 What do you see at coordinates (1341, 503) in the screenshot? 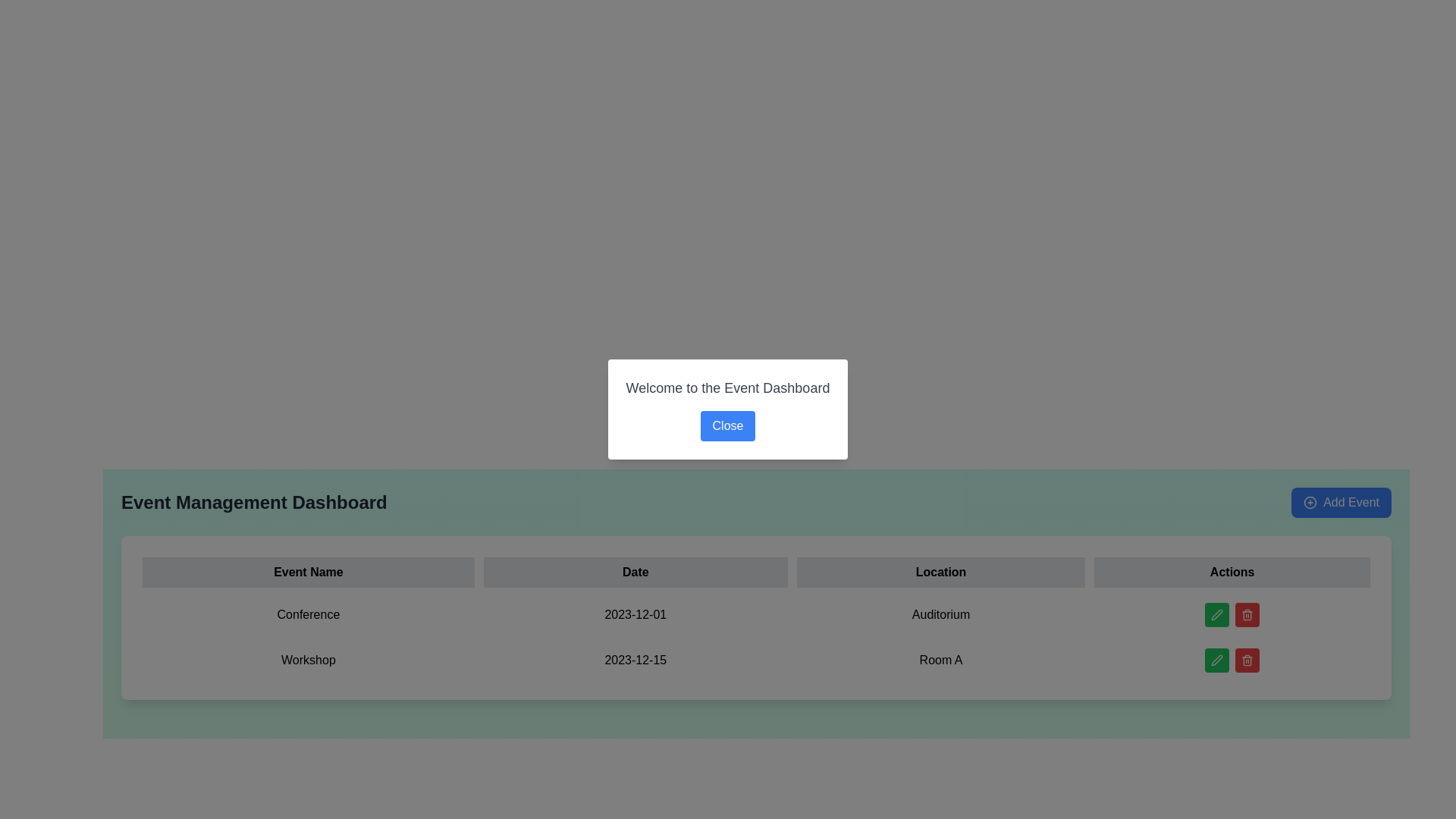
I see `the prominently styled blue 'Add Event' button with white text and a '+' icon` at bounding box center [1341, 503].